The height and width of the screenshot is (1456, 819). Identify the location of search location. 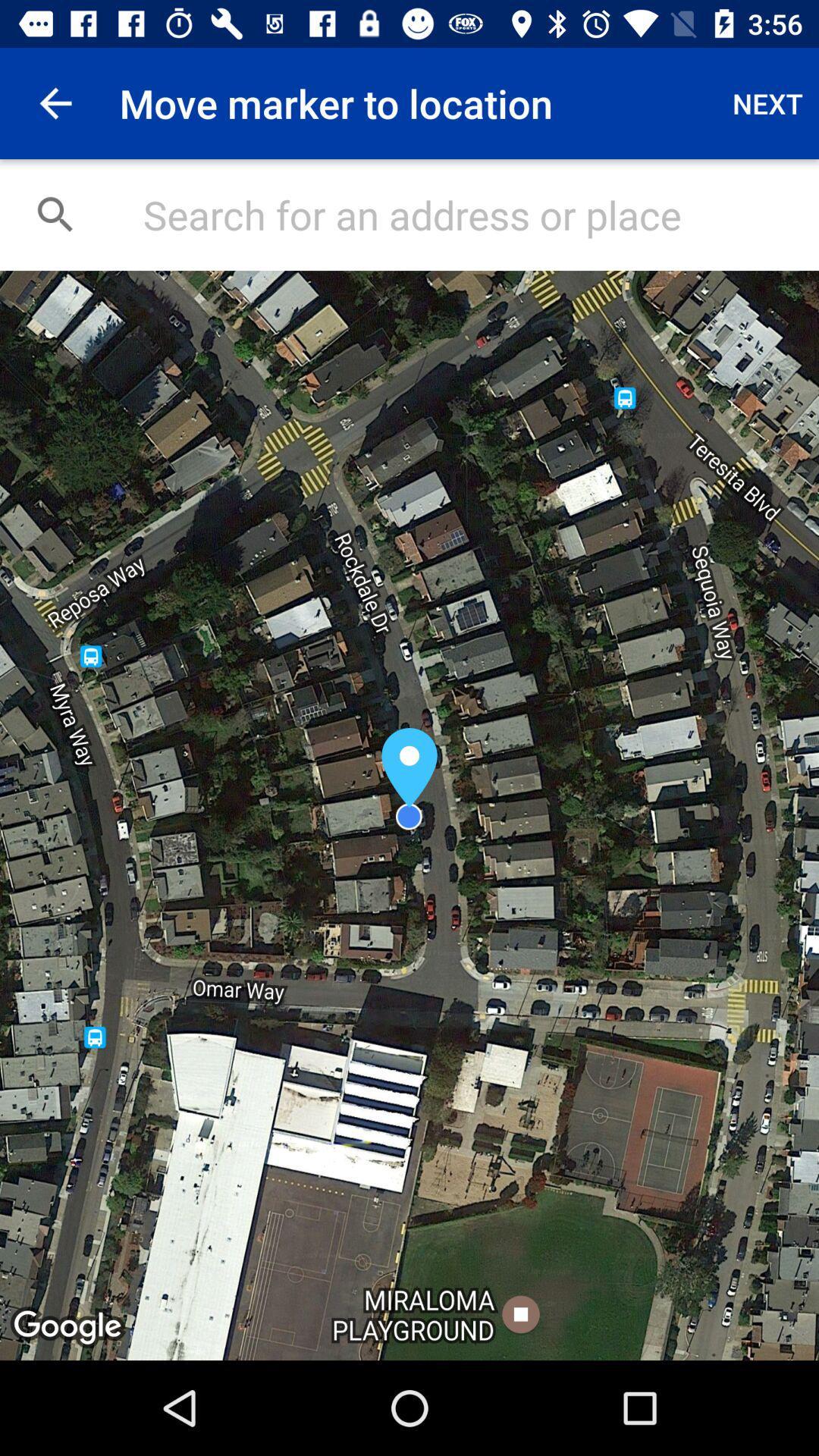
(464, 214).